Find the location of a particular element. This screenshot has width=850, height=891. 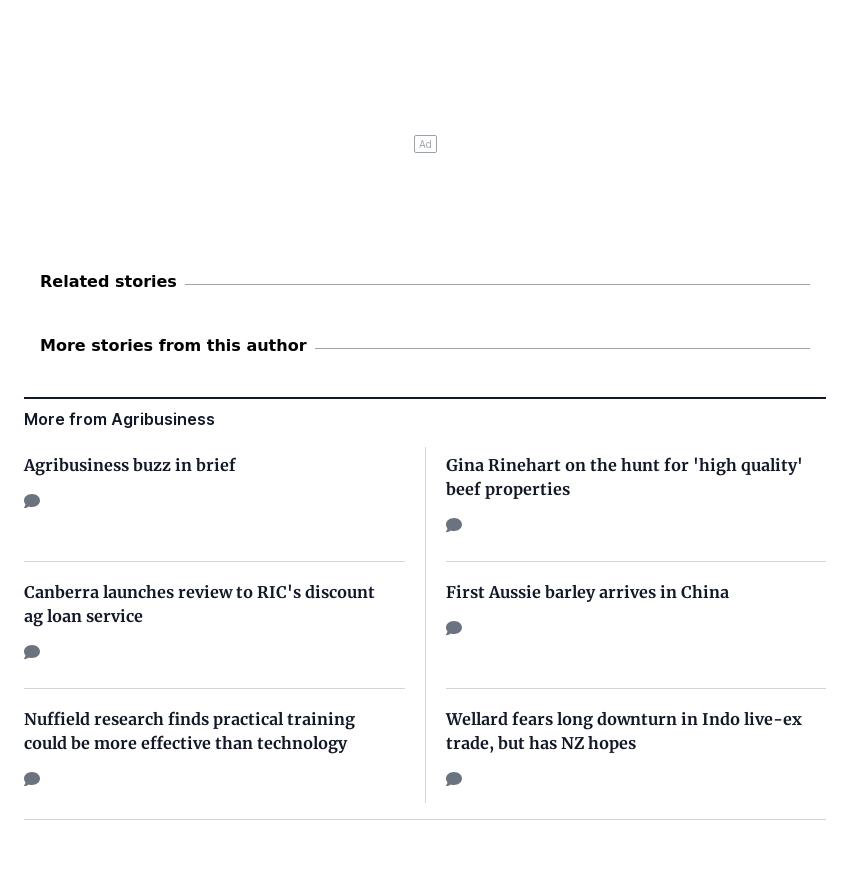

'More from Agribusiness' is located at coordinates (118, 417).